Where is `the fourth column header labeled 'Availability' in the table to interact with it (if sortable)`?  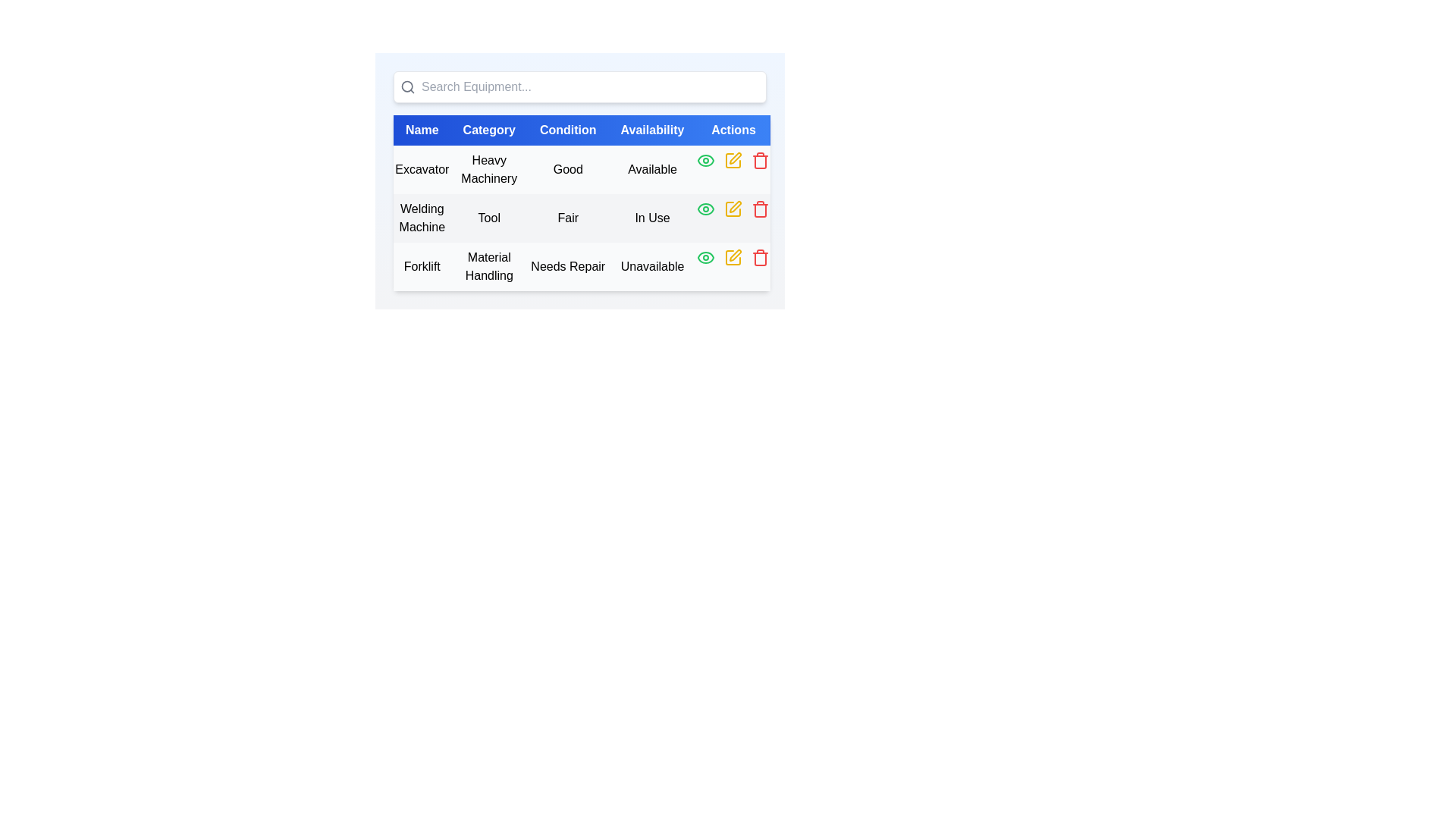
the fourth column header labeled 'Availability' in the table to interact with it (if sortable) is located at coordinates (652, 130).